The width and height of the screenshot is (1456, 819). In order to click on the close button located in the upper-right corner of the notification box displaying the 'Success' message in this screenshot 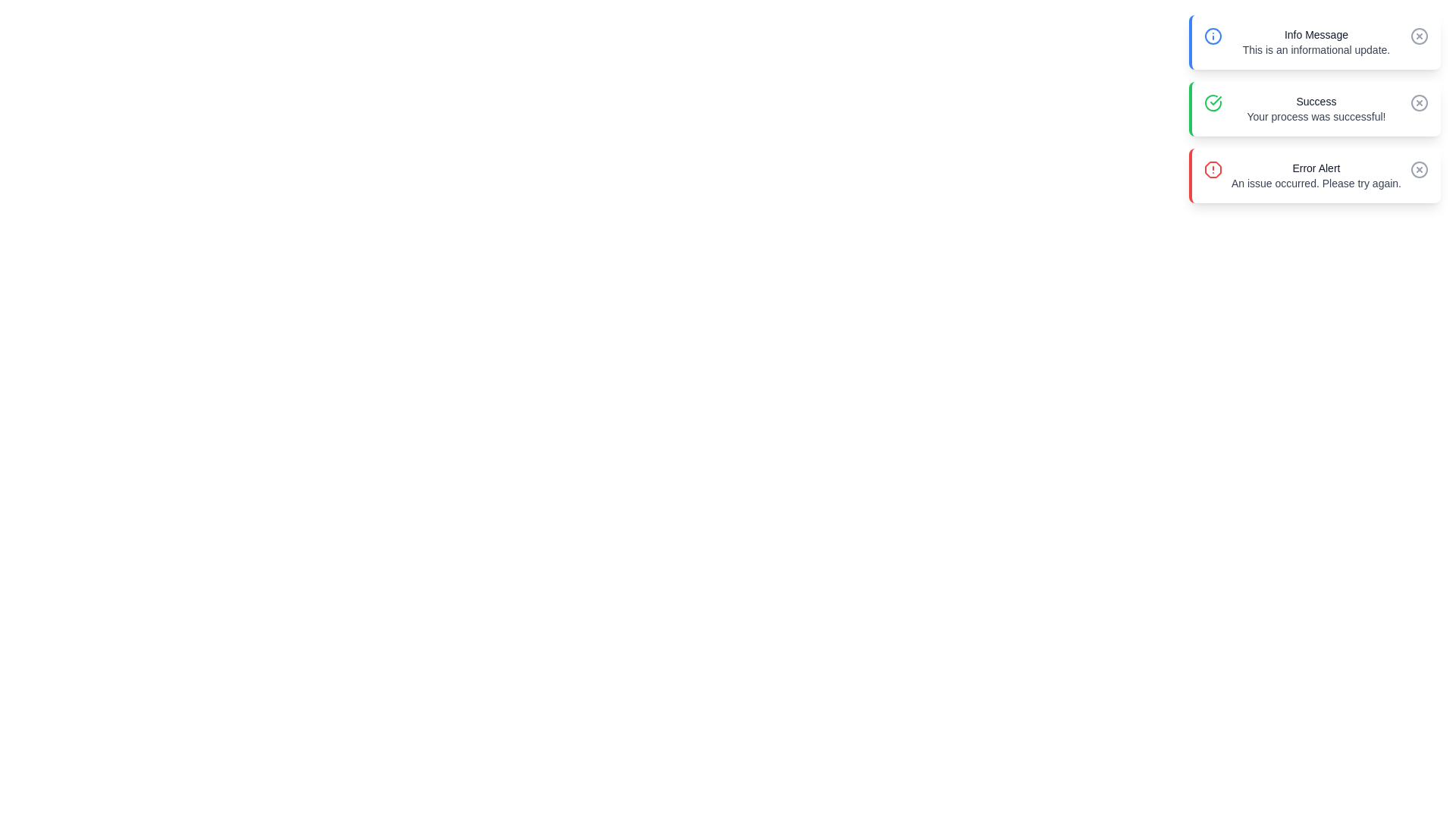, I will do `click(1419, 102)`.